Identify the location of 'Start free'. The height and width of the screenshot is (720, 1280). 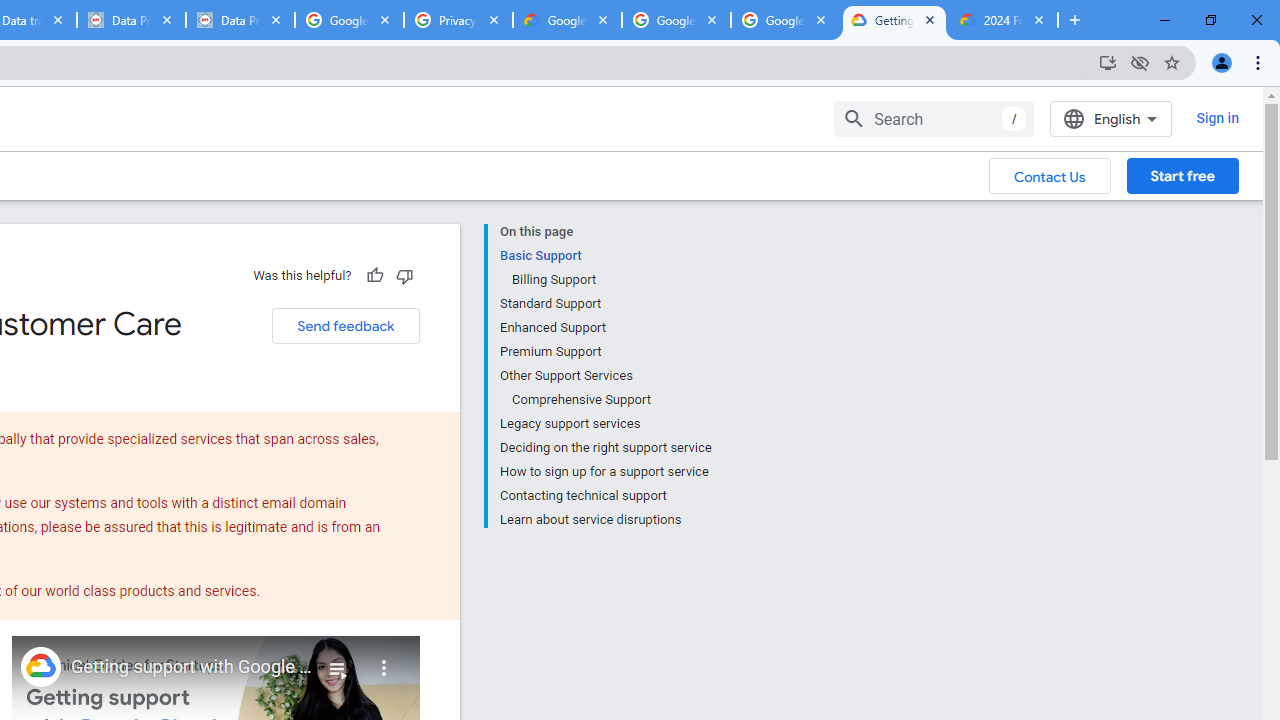
(1182, 174).